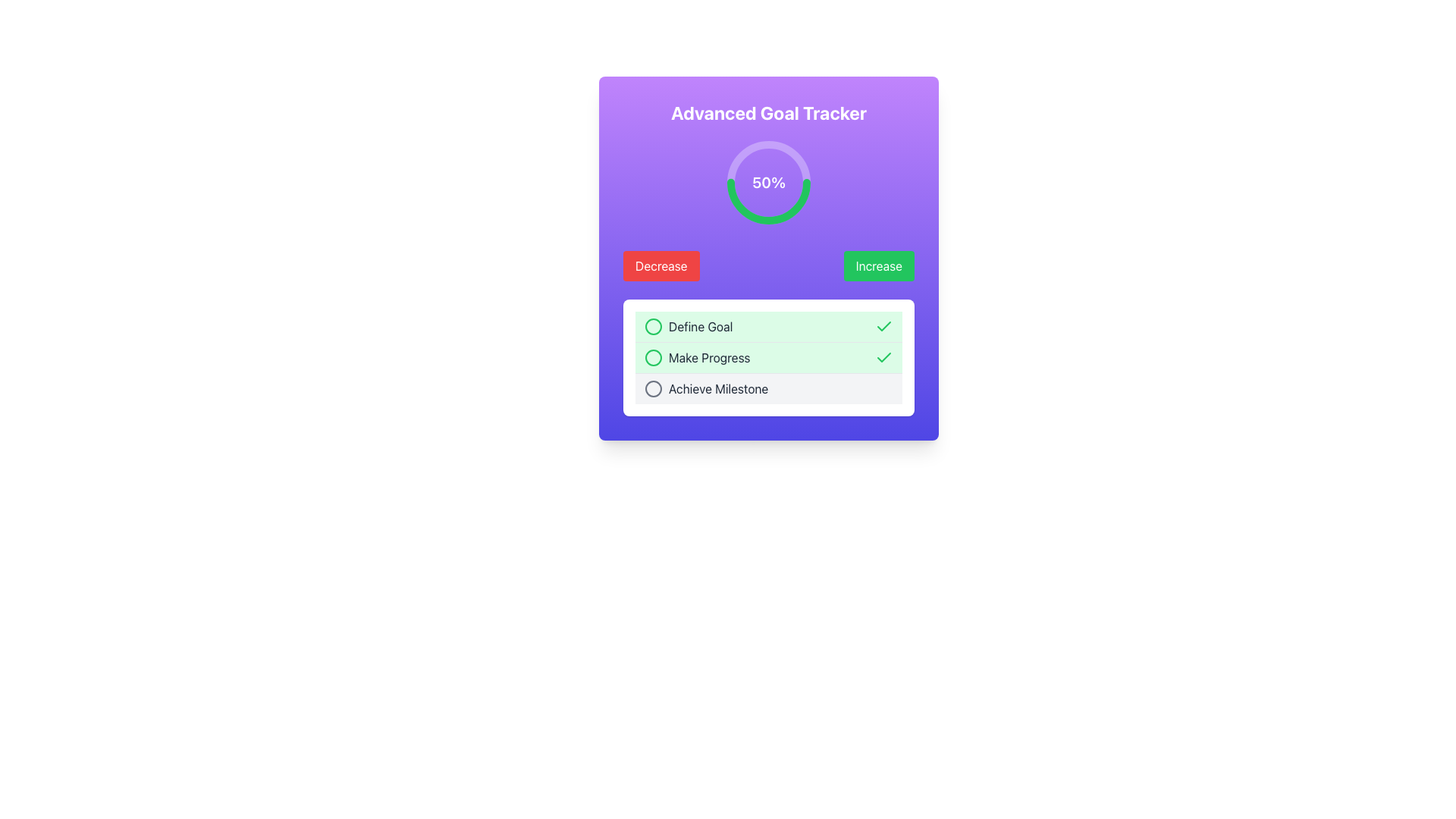 The image size is (1456, 819). Describe the element at coordinates (654, 388) in the screenshot. I see `the SVG circle icon that serves as a marker for the 'Achieve Milestone' item in the third row of the checklist within the Advanced Goal Tracker interface` at that location.